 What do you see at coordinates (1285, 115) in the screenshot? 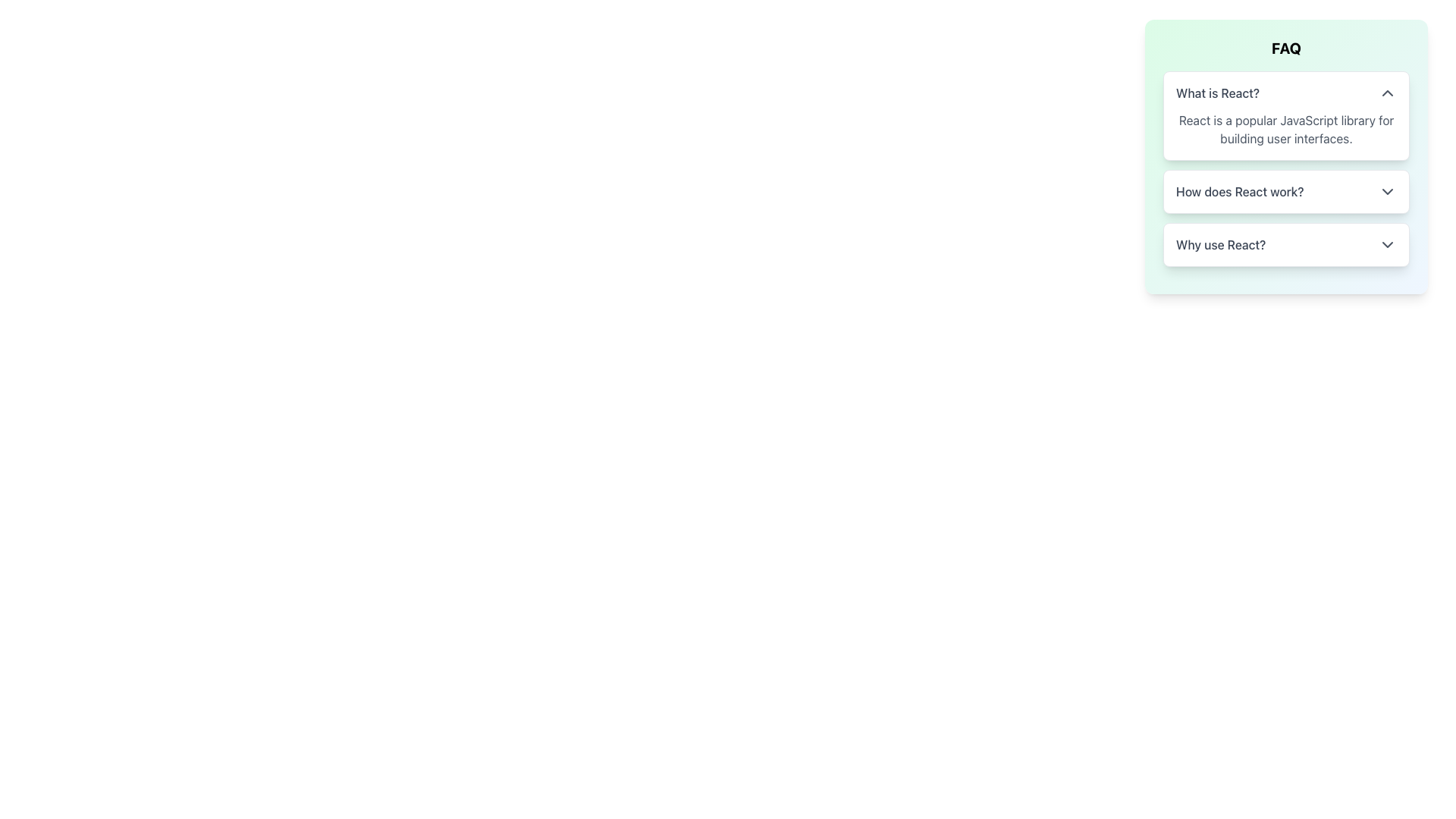
I see `the chevron icon located at the right end of the header in the FAQ section titled 'What is React?'` at bounding box center [1285, 115].